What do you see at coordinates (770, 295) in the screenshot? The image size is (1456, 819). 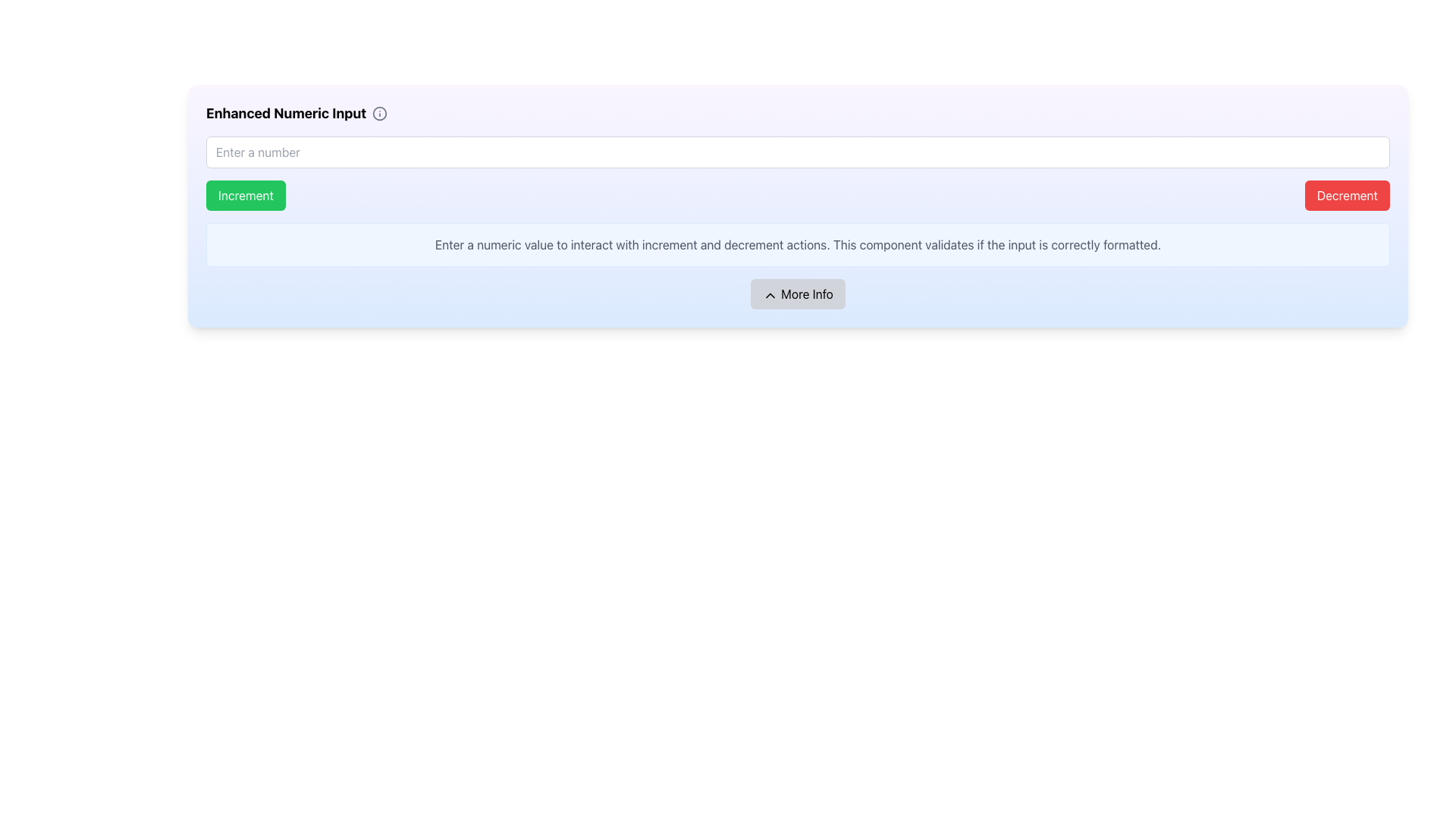 I see `the icon located in the middle-left area of the 'More Info' button` at bounding box center [770, 295].